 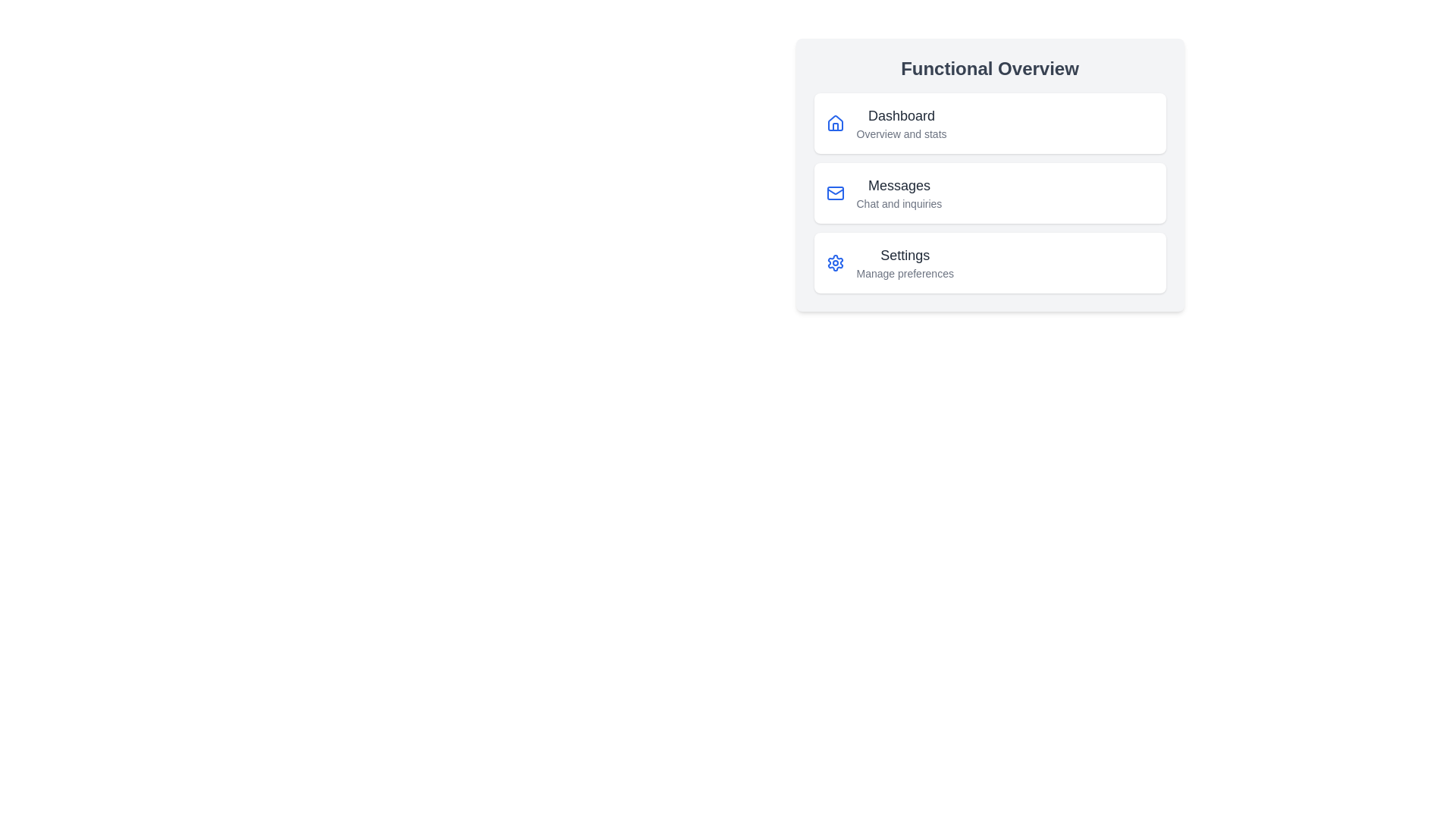 What do you see at coordinates (834, 122) in the screenshot?
I see `the dashboard icon located in the top-left corner of the first white card under the 'Functional Overview' section, to the left of the 'Dashboard' and 'Overview and stats' text elements` at bounding box center [834, 122].